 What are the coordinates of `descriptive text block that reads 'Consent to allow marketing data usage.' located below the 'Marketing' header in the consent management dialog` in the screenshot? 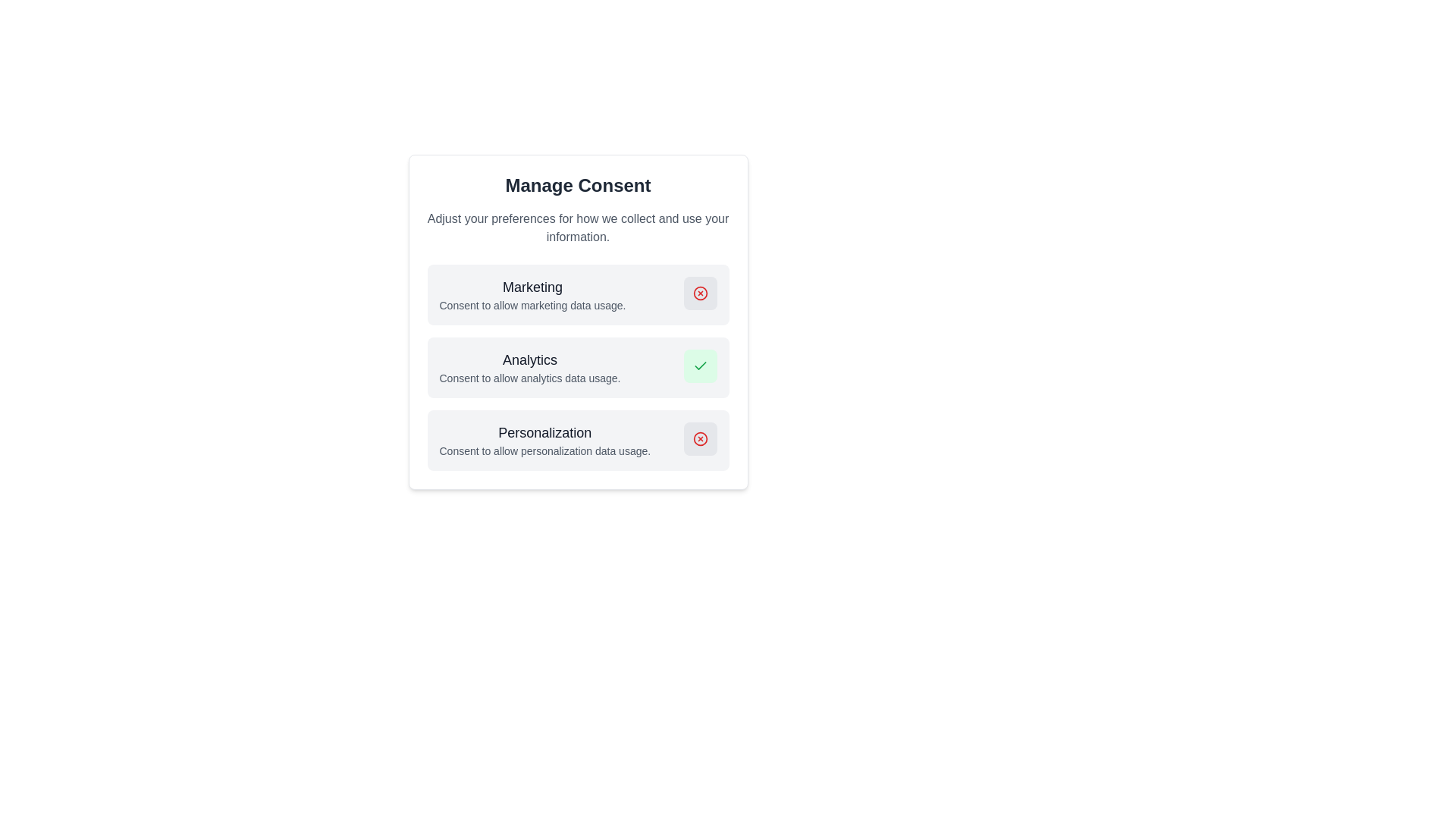 It's located at (532, 305).